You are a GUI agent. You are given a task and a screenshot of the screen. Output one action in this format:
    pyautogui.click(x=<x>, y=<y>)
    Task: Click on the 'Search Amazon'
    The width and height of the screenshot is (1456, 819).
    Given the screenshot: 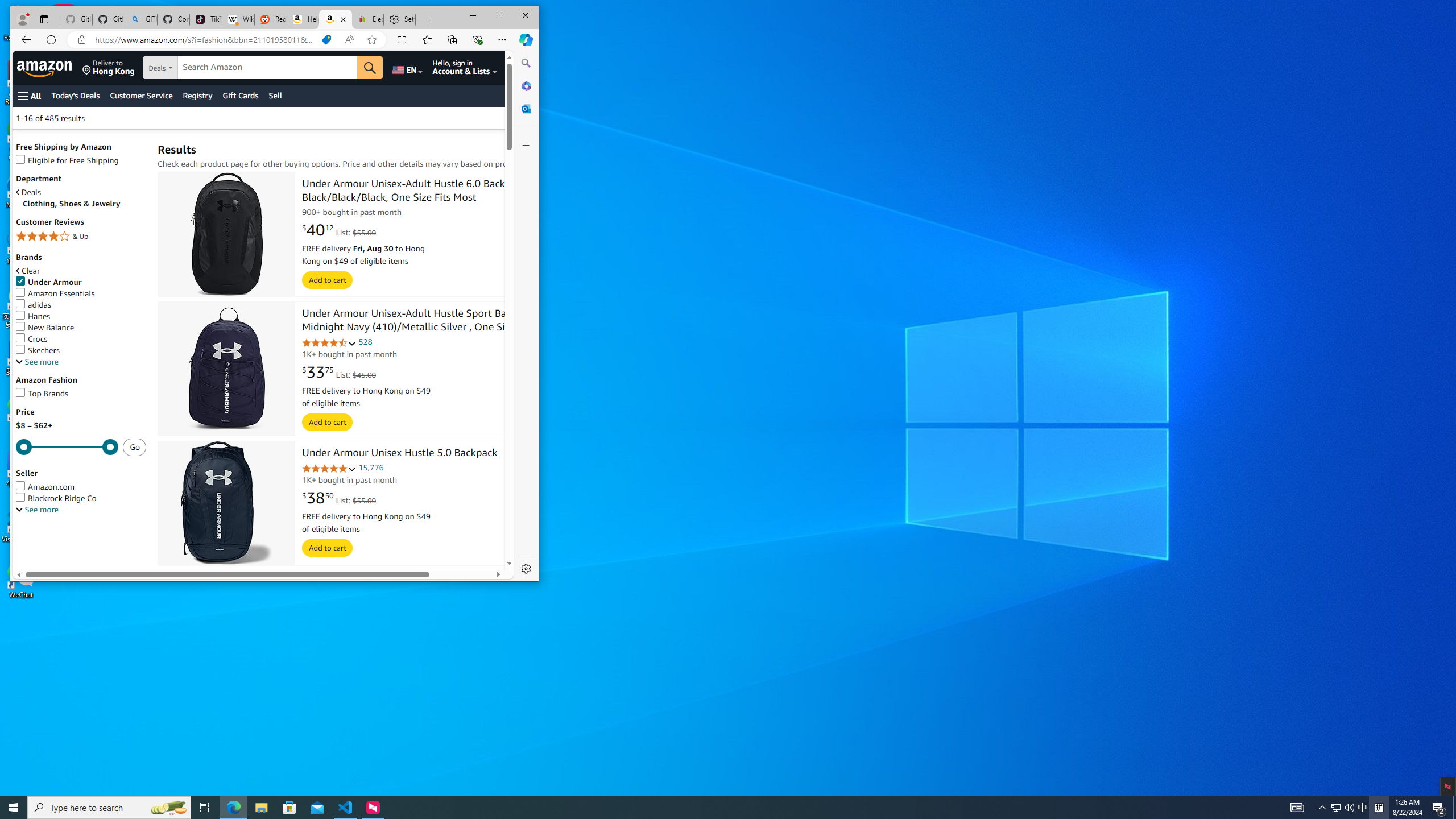 What is the action you would take?
    pyautogui.click(x=267, y=67)
    